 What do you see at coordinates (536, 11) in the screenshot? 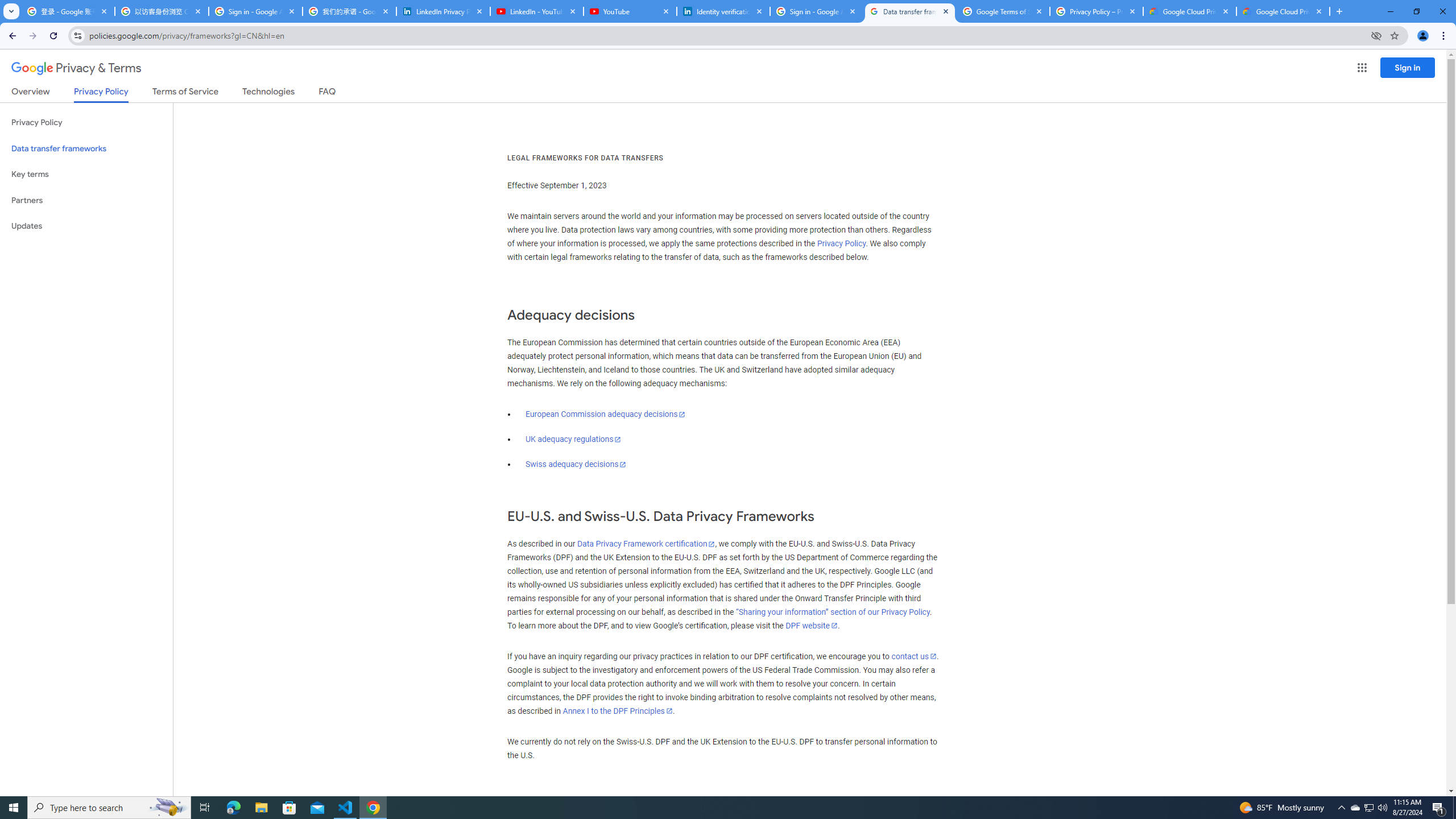
I see `'LinkedIn - YouTube'` at bounding box center [536, 11].